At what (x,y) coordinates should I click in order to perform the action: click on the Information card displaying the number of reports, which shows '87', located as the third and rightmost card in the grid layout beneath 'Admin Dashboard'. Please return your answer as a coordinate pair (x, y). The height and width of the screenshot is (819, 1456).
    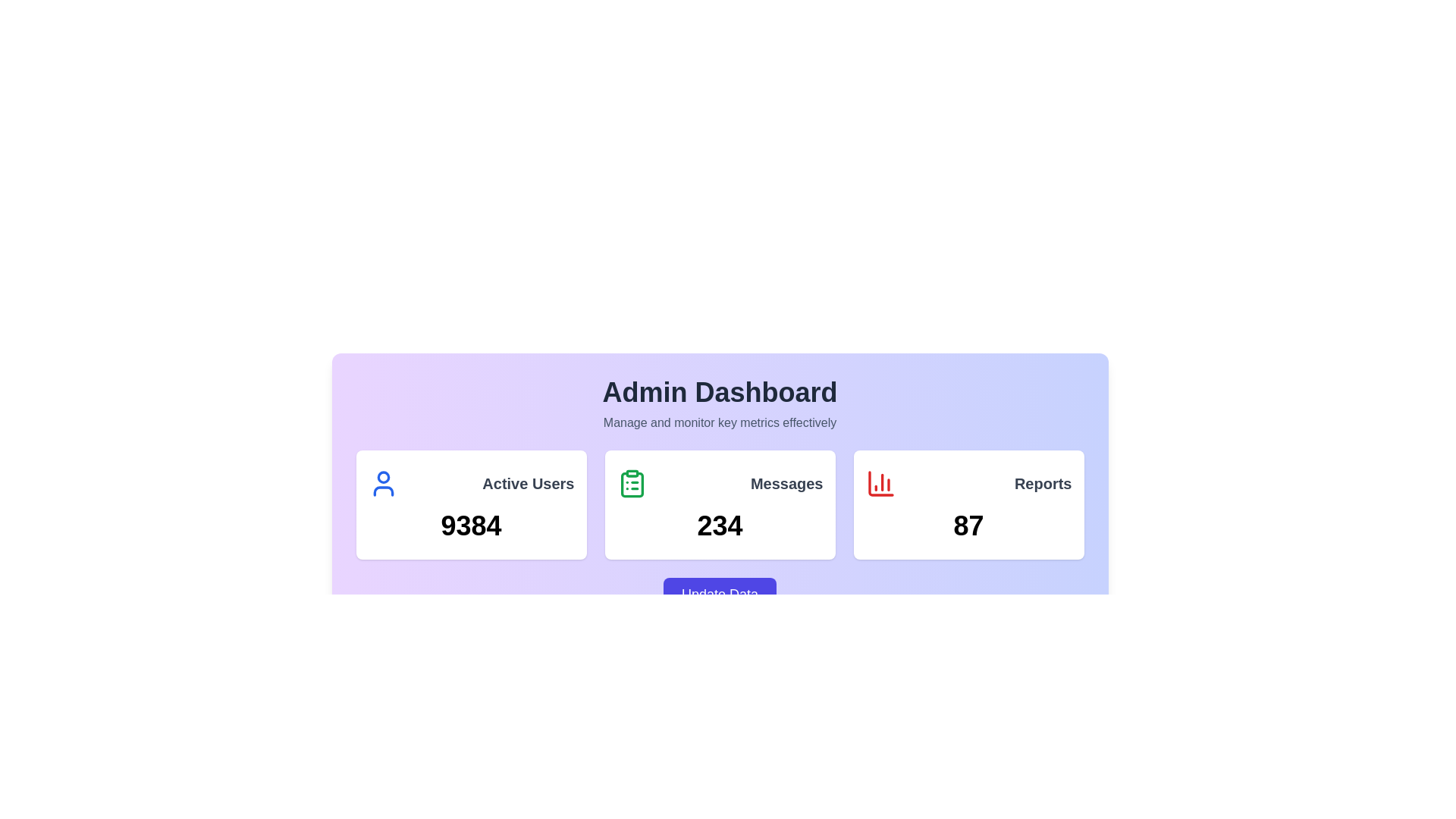
    Looking at the image, I should click on (968, 505).